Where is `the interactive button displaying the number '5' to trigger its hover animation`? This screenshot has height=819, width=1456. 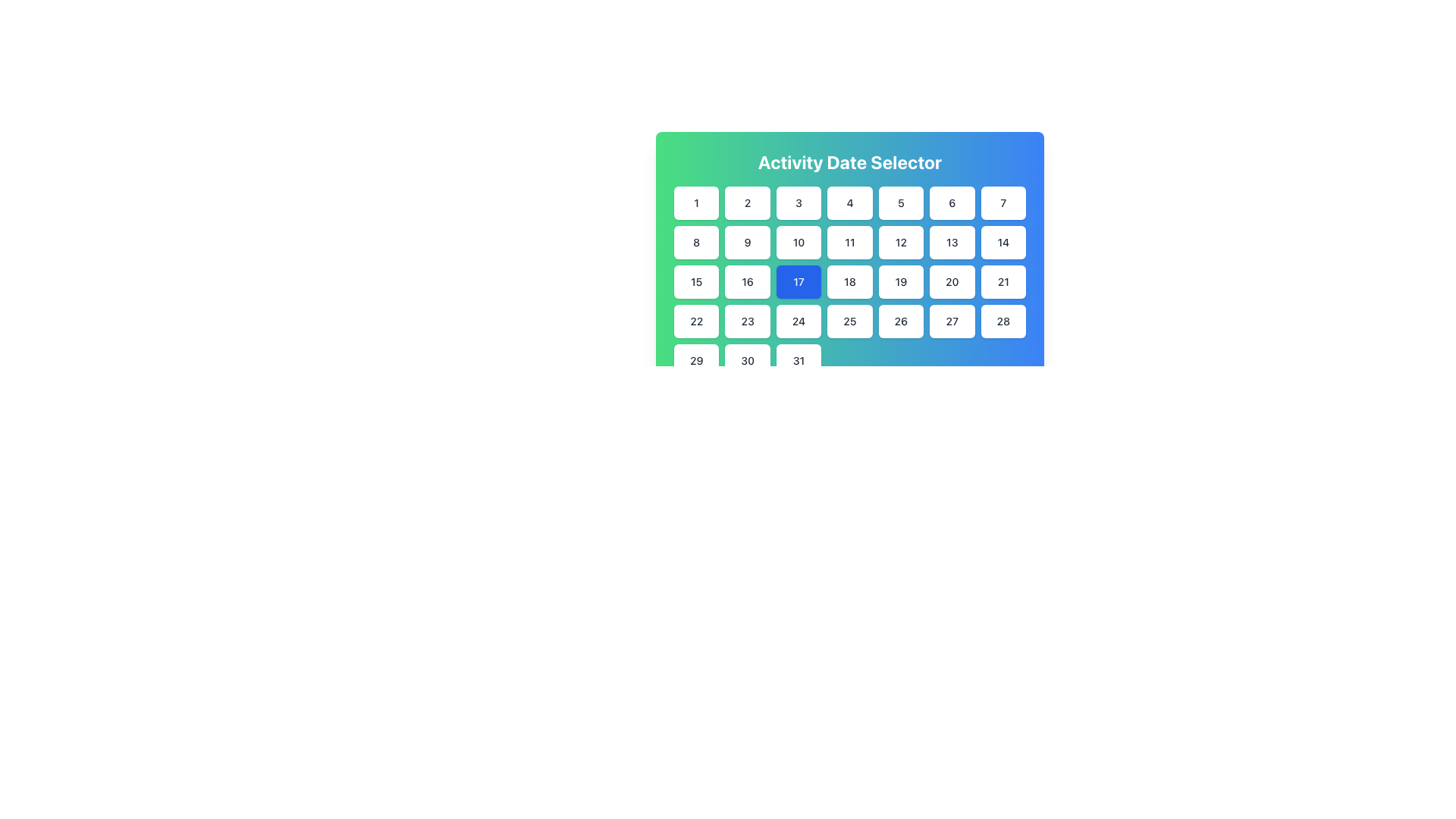
the interactive button displaying the number '5' to trigger its hover animation is located at coordinates (901, 202).